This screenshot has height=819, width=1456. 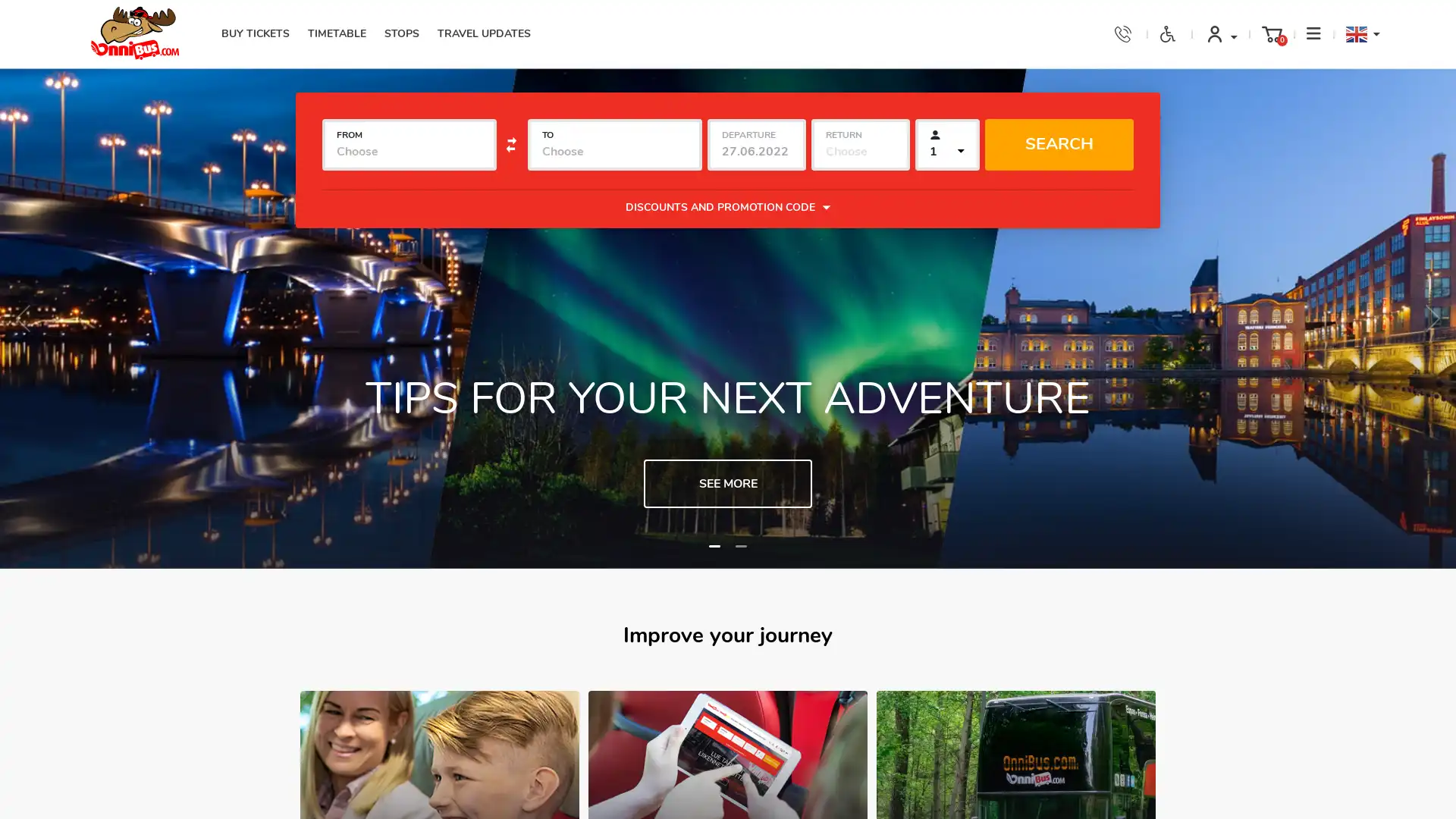 I want to click on SEARCH, so click(x=1058, y=145).